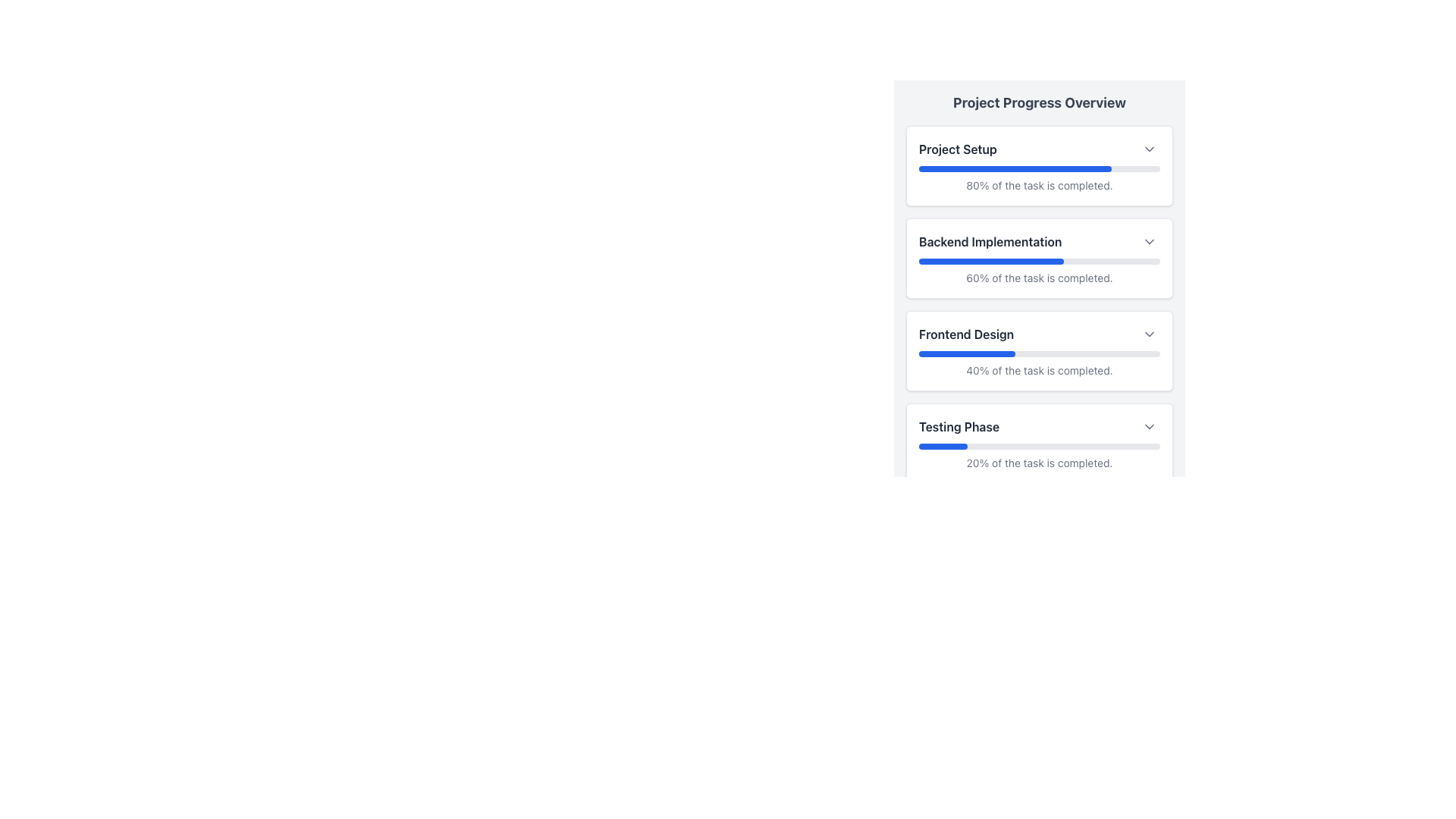 The image size is (1456, 819). What do you see at coordinates (1039, 102) in the screenshot?
I see `text heading located at the top of the project progress section, which provides context for the content below` at bounding box center [1039, 102].